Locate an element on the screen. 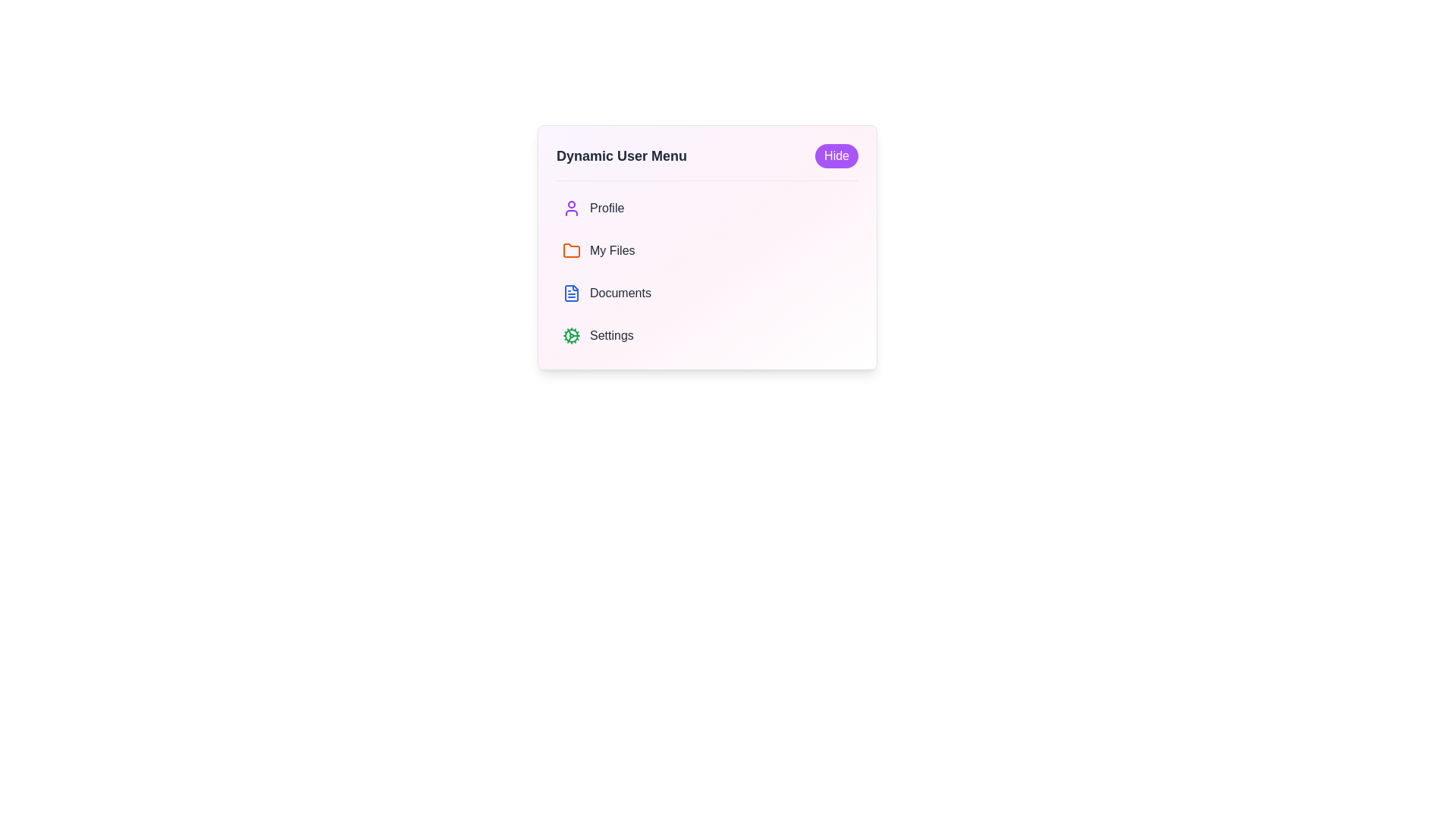  the profile button located at the top of the 'Dynamic User Menu' which leads to the user's profile section is located at coordinates (706, 208).